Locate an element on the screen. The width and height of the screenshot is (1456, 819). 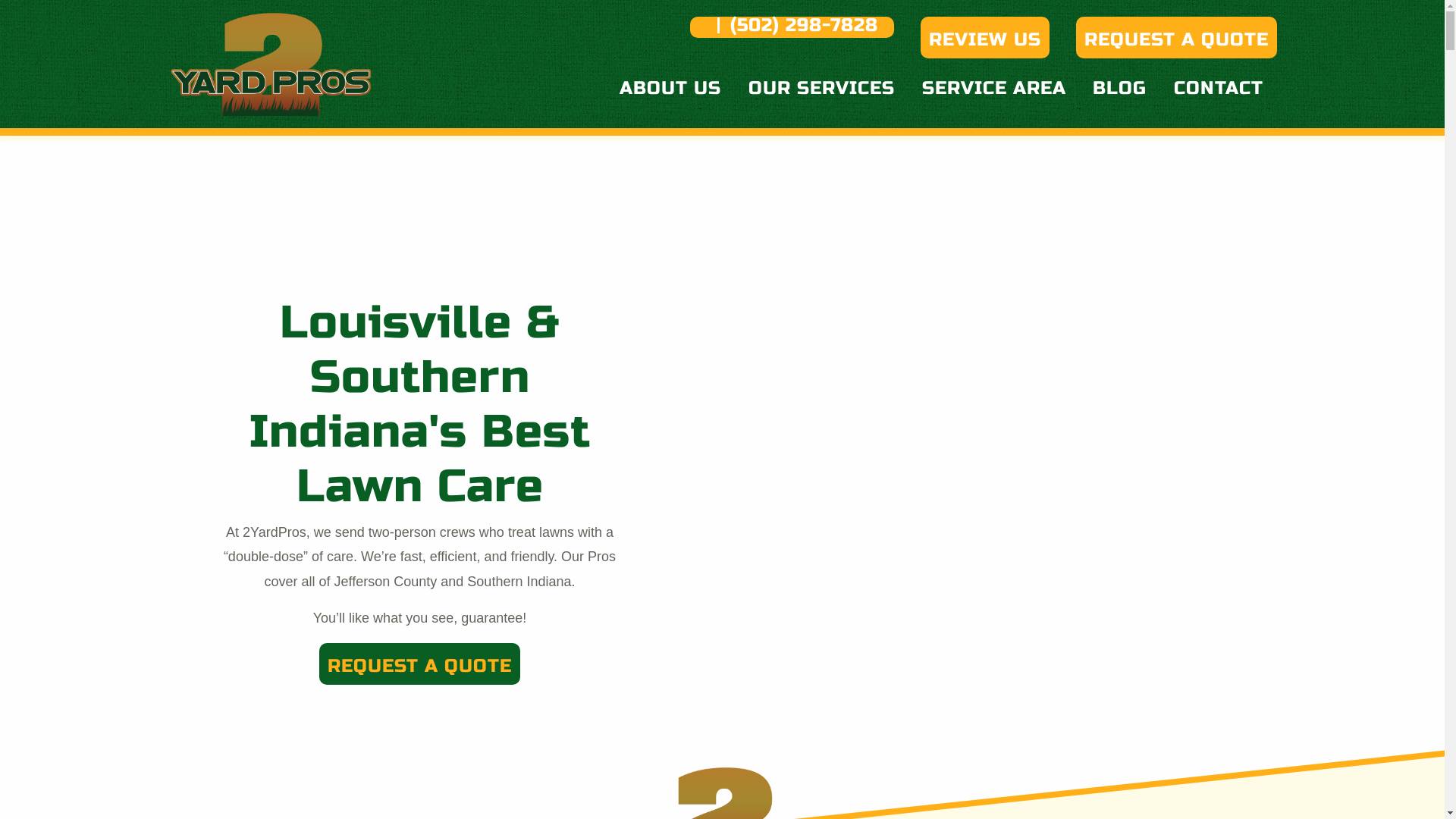
'REVIEW US' is located at coordinates (985, 36).